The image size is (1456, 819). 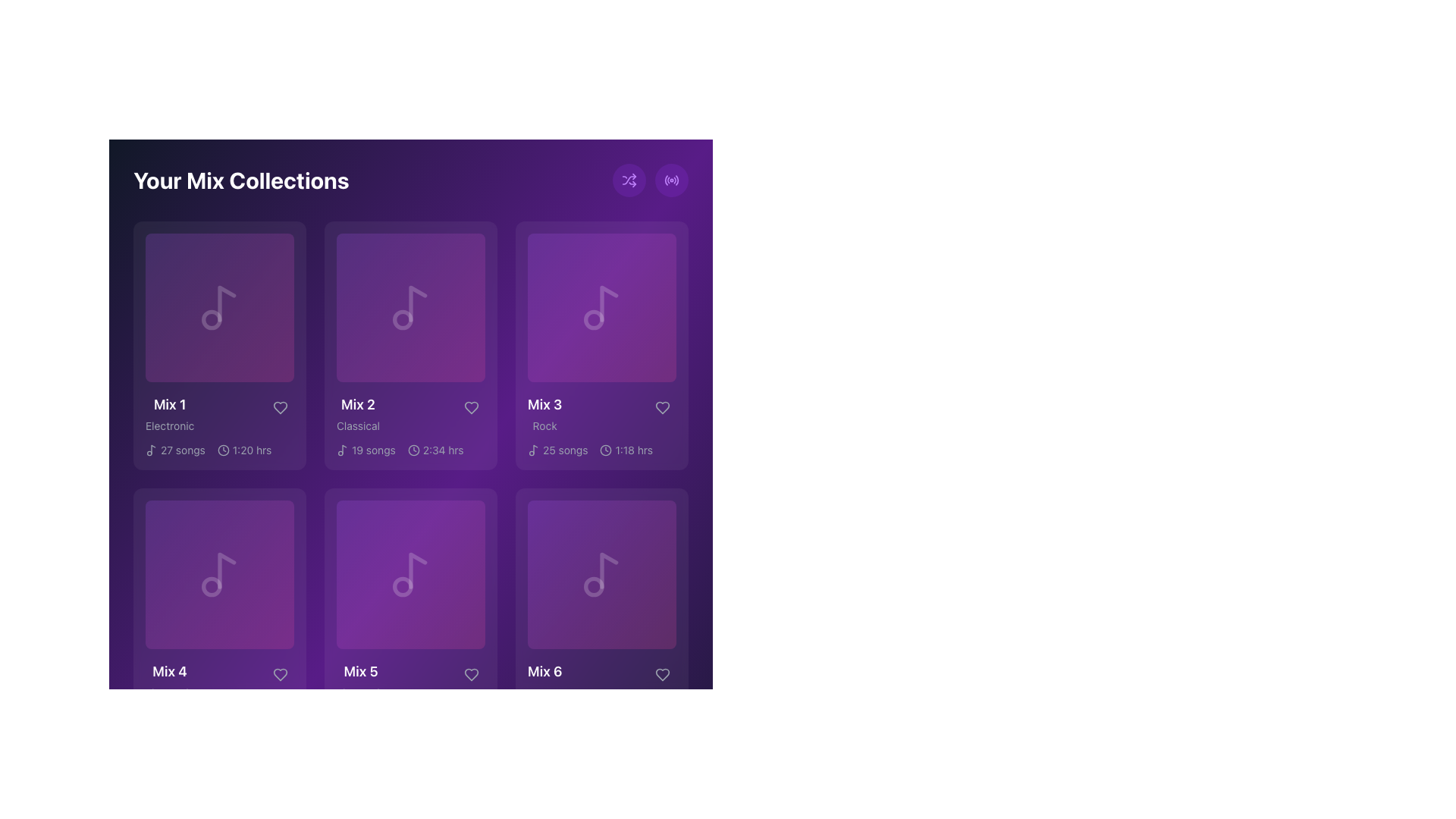 I want to click on the SVG Polygon that serves as a visual part of the skip-forward or navigation button located at the bottom right of the interface, so click(x=502, y=776).